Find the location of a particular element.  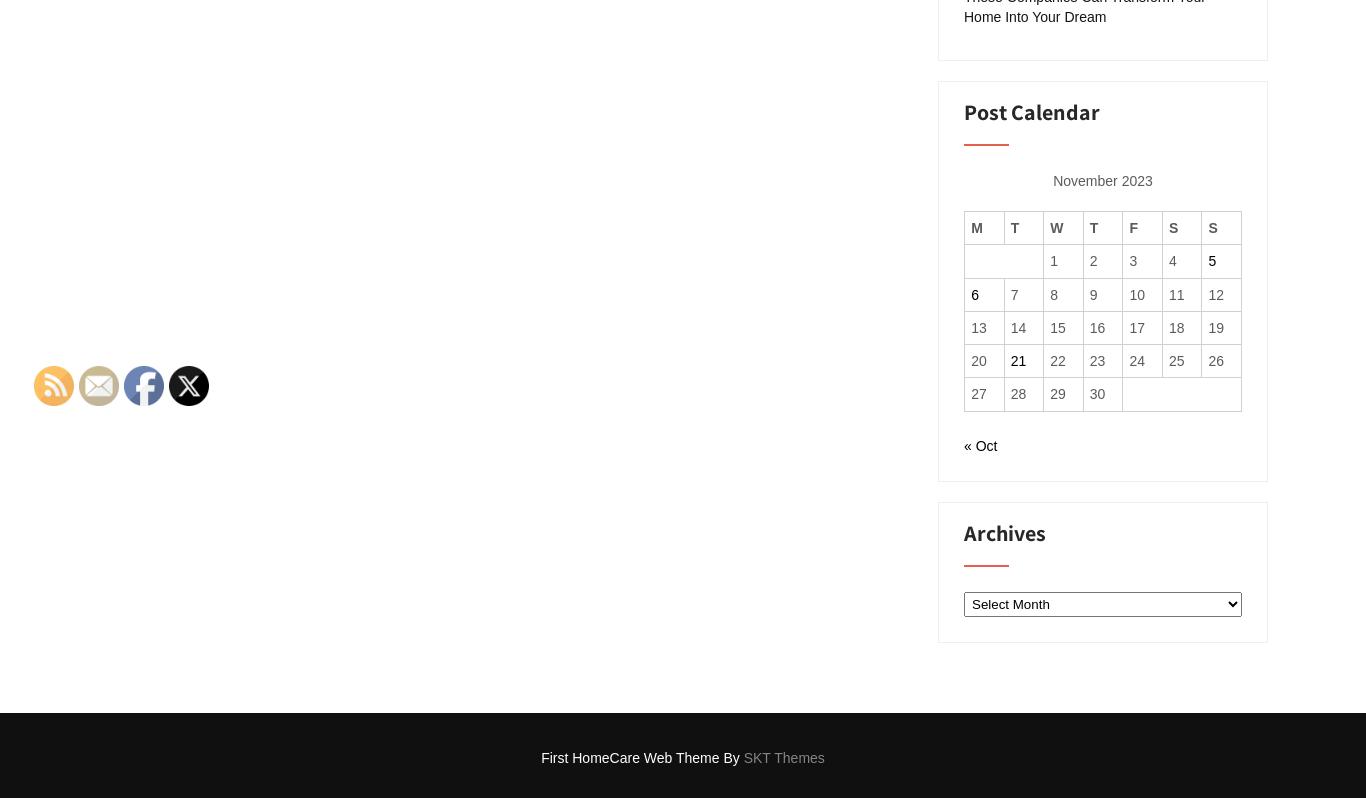

'« Oct' is located at coordinates (980, 446).